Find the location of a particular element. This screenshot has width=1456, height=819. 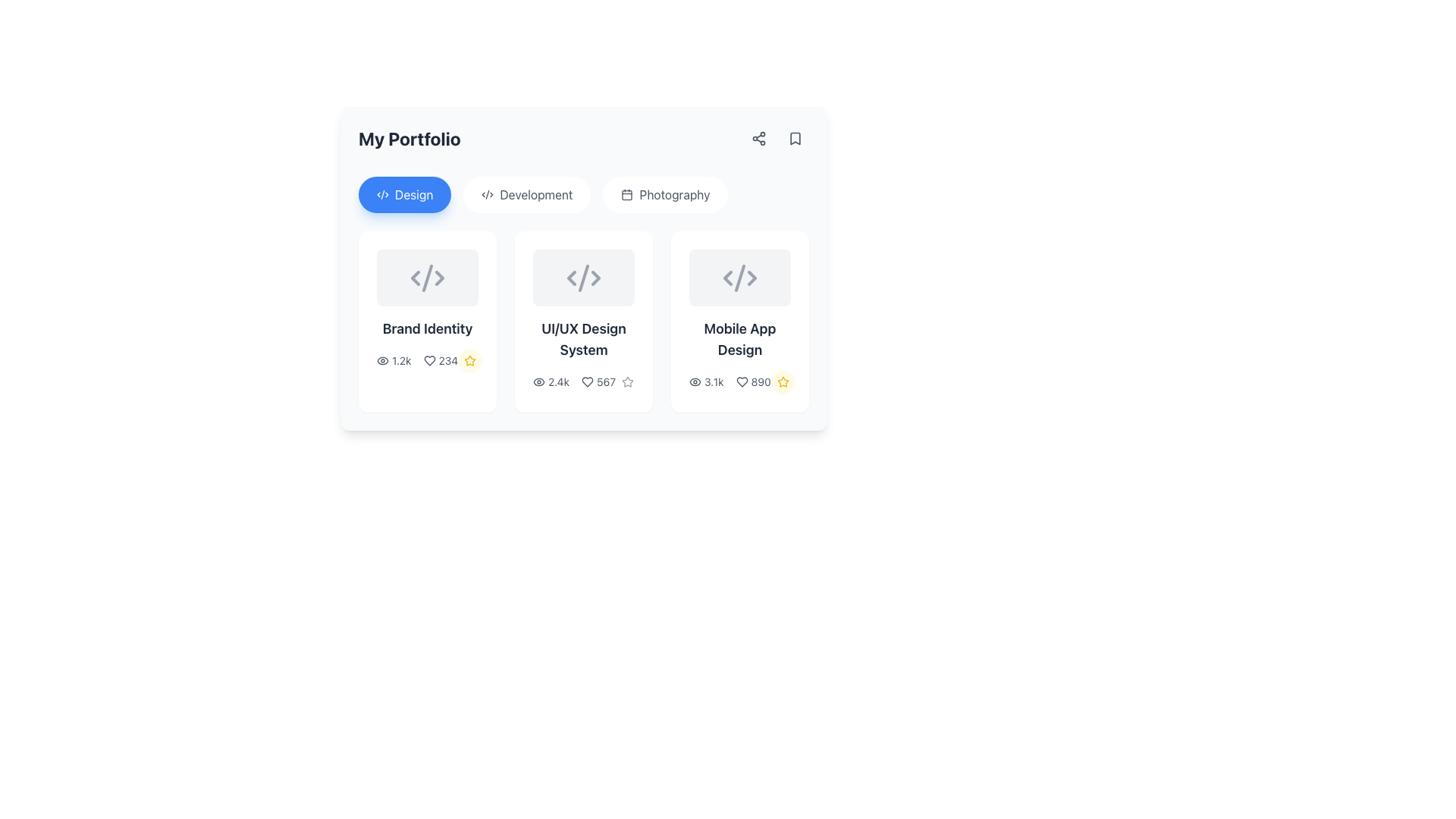

the star-shaped icon located at the bottom right of the 'UI/UX Design System' card is located at coordinates (628, 381).